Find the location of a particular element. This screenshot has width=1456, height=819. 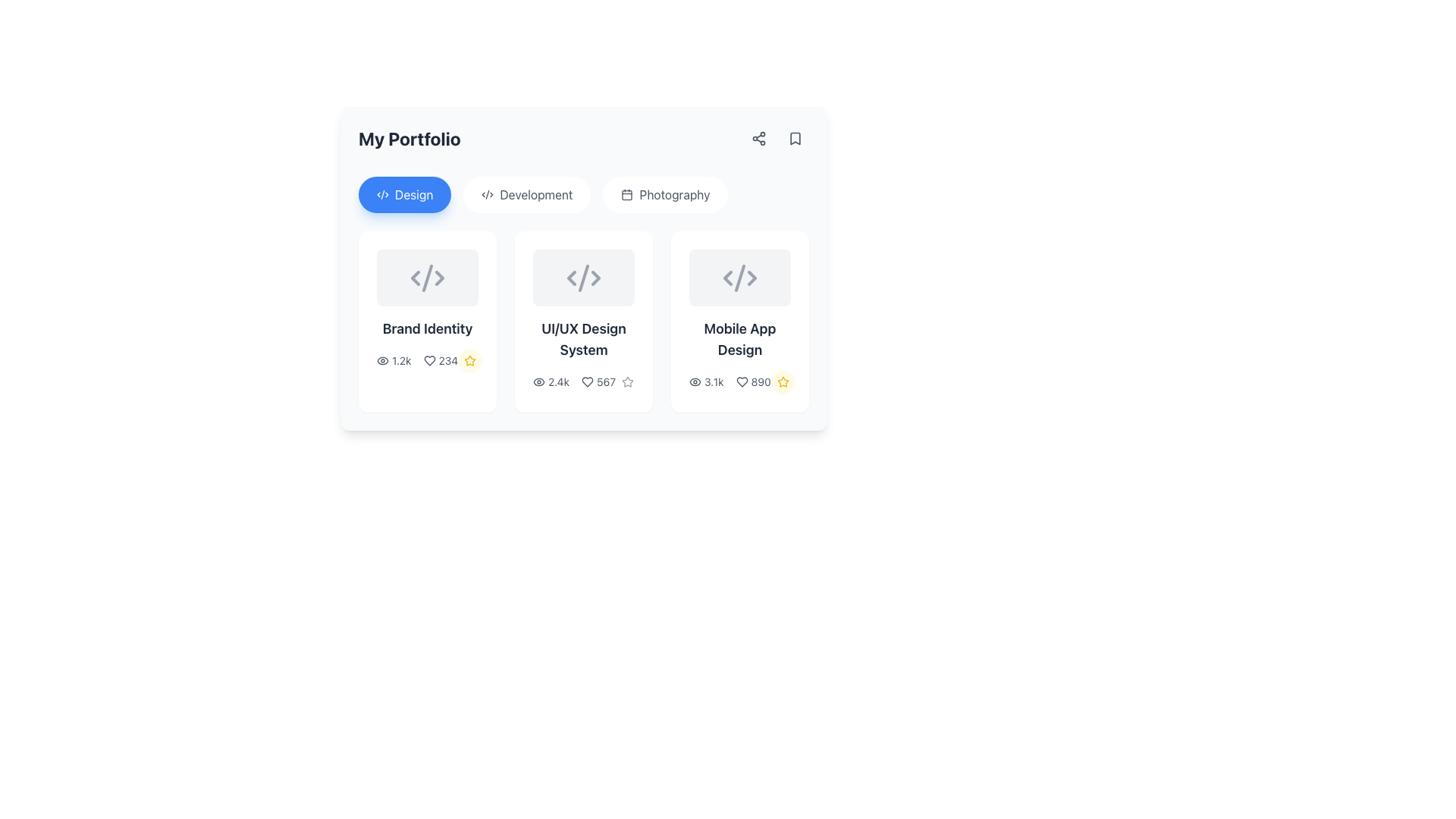

the star-shaped icon located at the bottom right of the 'UI/UX Design System' card is located at coordinates (628, 381).